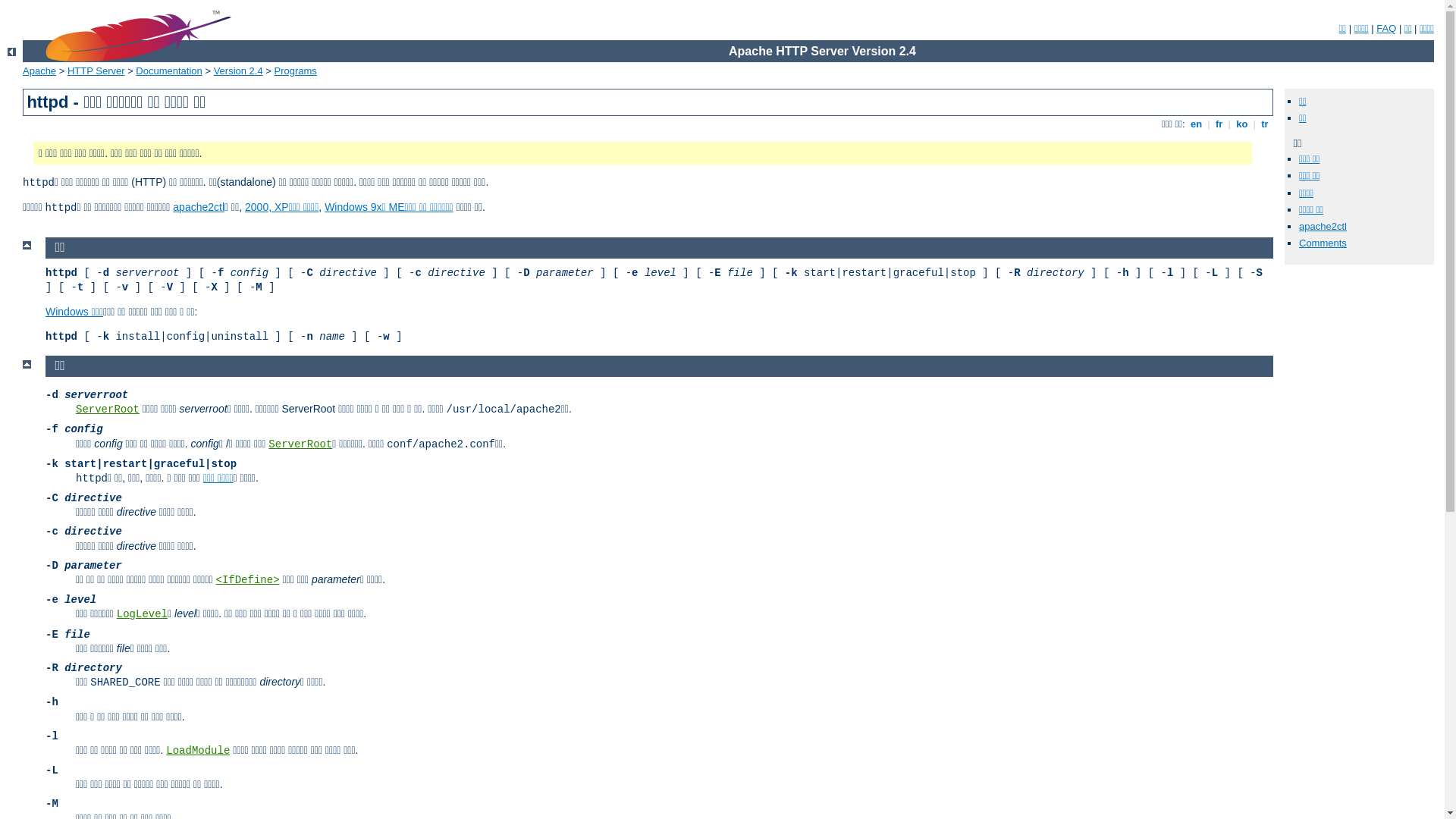 The width and height of the screenshot is (1456, 819). What do you see at coordinates (168, 71) in the screenshot?
I see `'Documentation'` at bounding box center [168, 71].